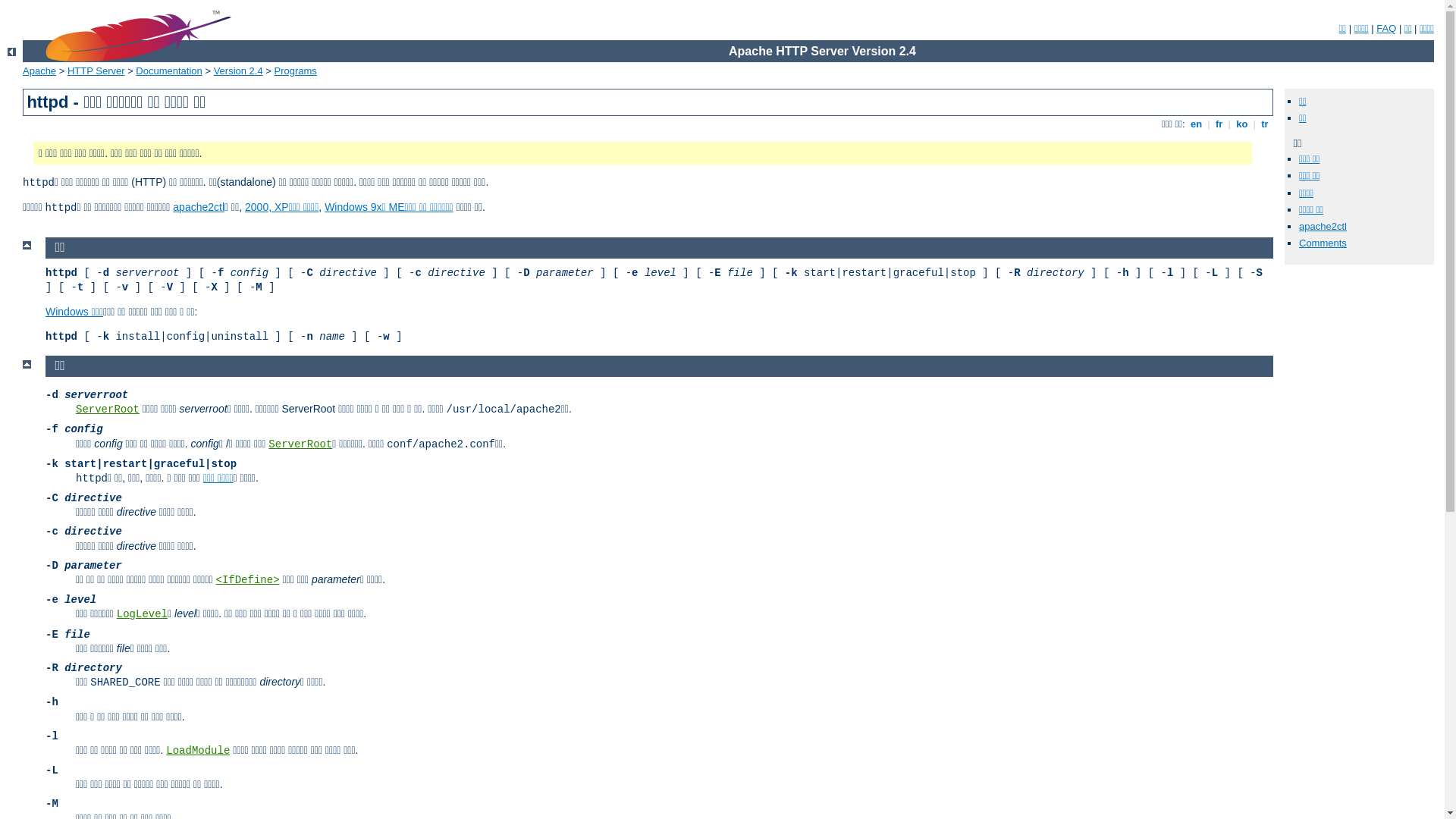 The width and height of the screenshot is (1456, 819). What do you see at coordinates (168, 71) in the screenshot?
I see `'Documentation'` at bounding box center [168, 71].